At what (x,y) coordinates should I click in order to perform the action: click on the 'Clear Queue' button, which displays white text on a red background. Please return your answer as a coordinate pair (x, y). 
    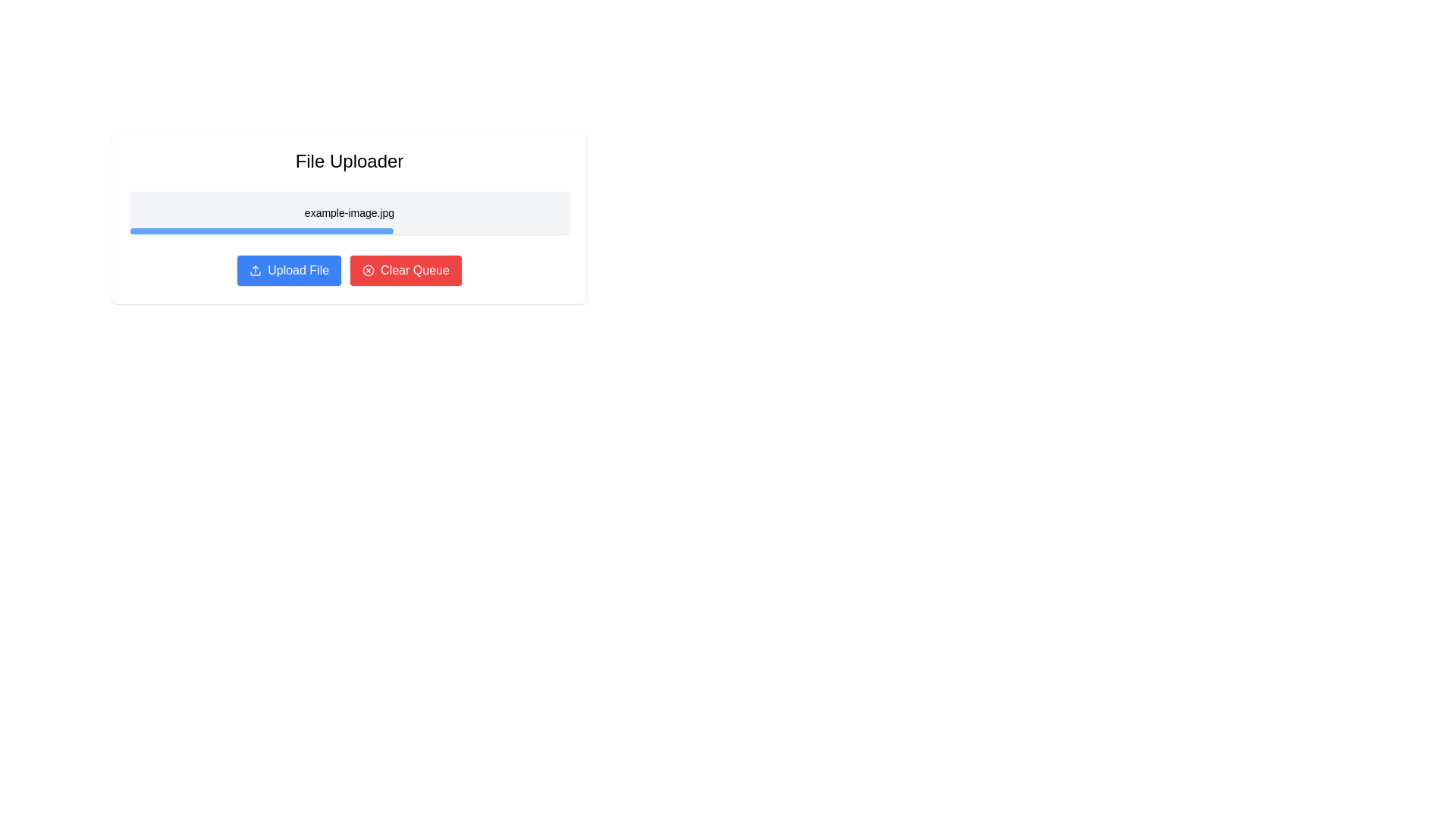
    Looking at the image, I should click on (415, 270).